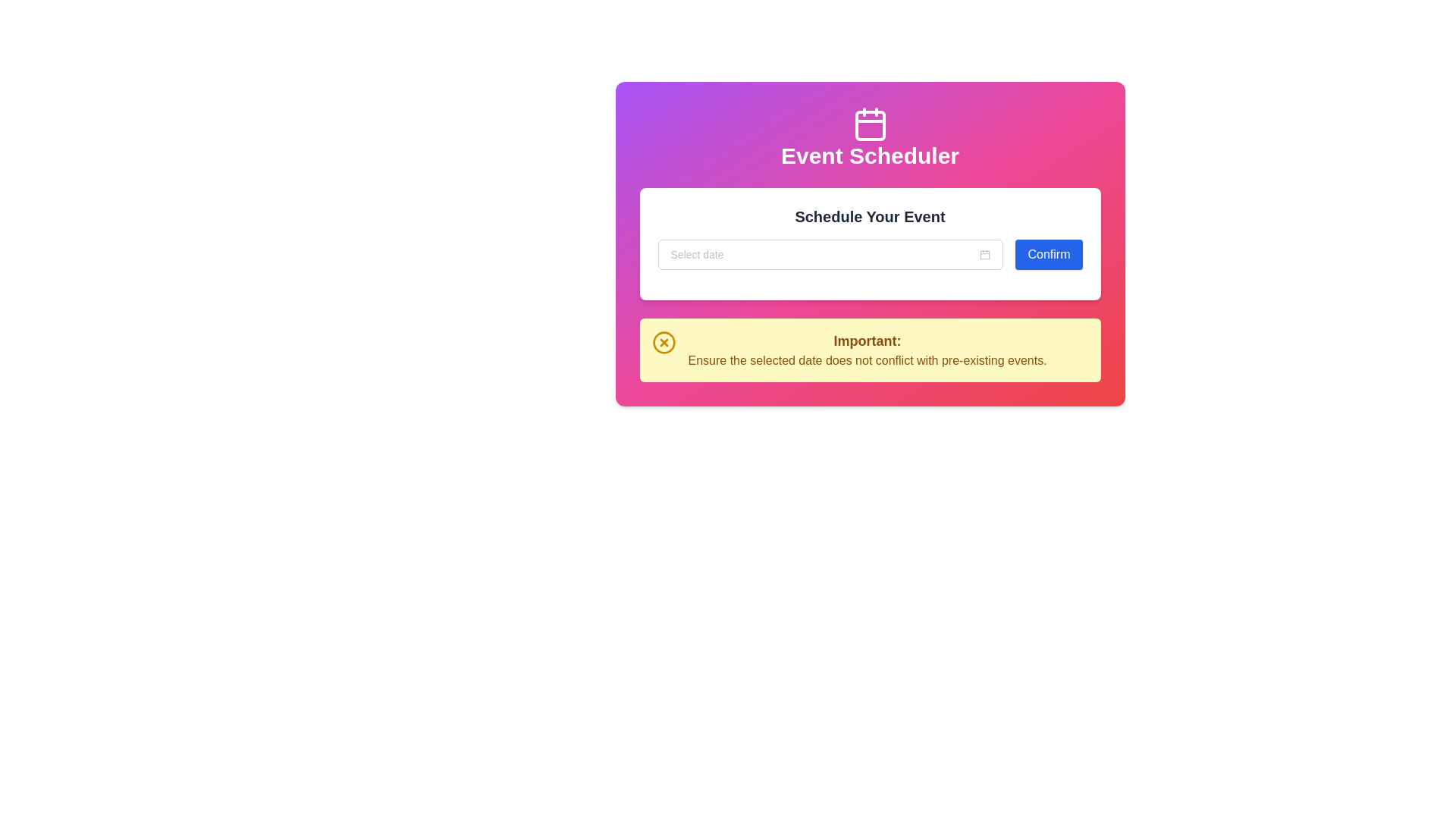  What do you see at coordinates (830, 253) in the screenshot?
I see `the Date Picker Input Field located within the 'Schedule Your Event' card, positioned to the left of the 'Confirm' button` at bounding box center [830, 253].